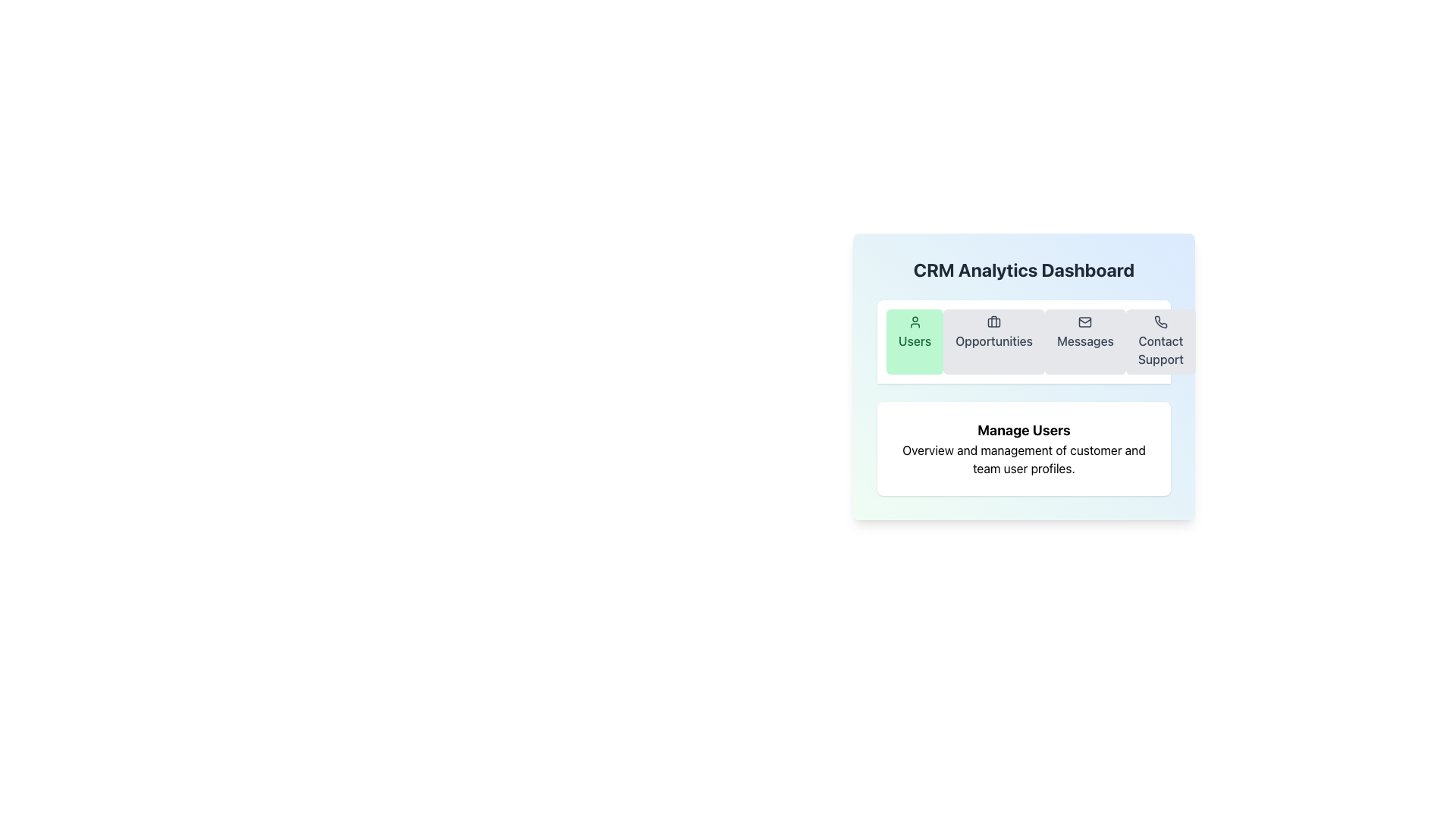 The height and width of the screenshot is (819, 1456). I want to click on the informational card that provides user management functionalities, located second from the bottom in the list of four segments, below the navigation bar buttons, so click(1024, 447).